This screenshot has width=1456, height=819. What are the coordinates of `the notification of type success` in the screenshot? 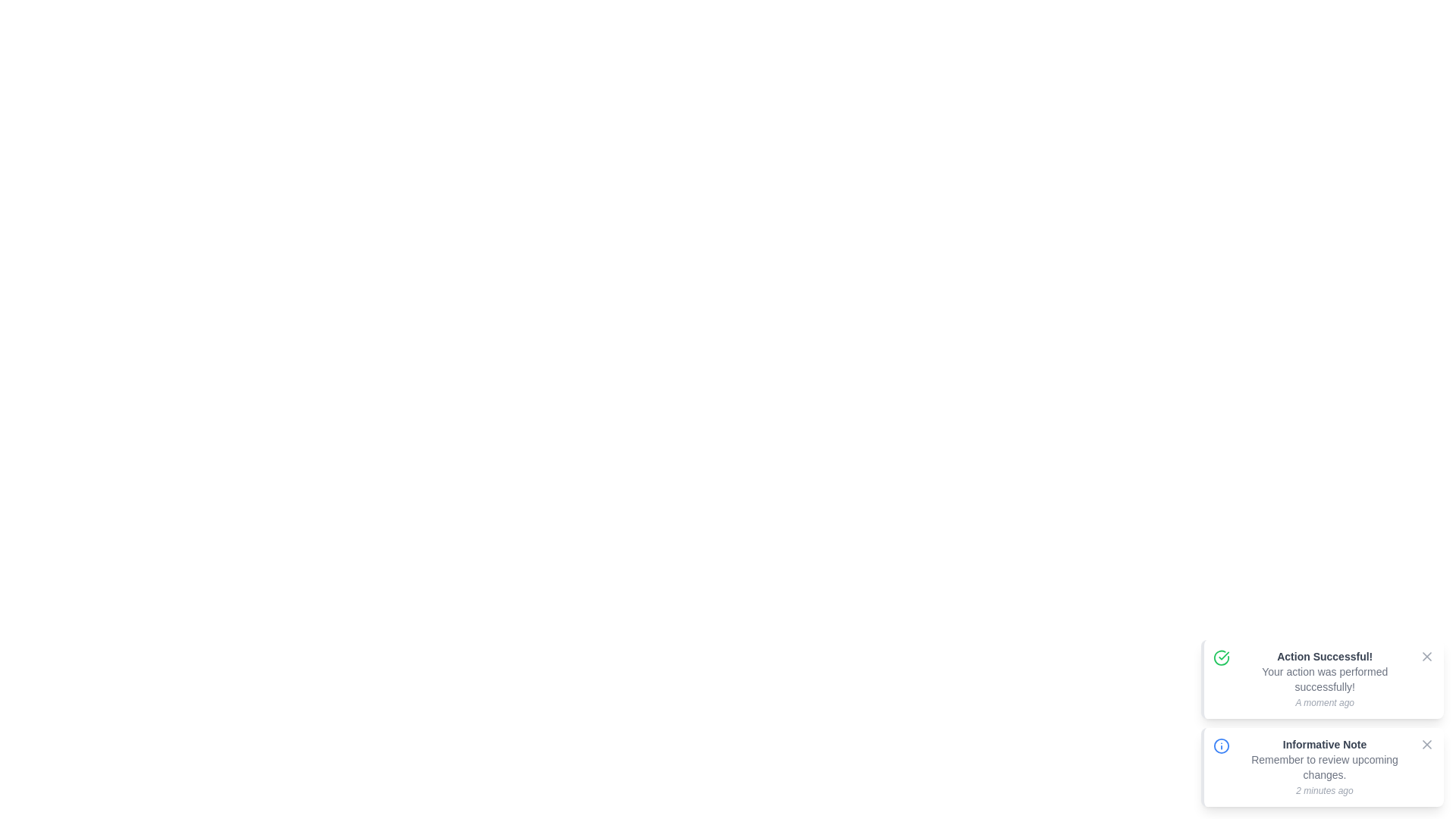 It's located at (1222, 657).